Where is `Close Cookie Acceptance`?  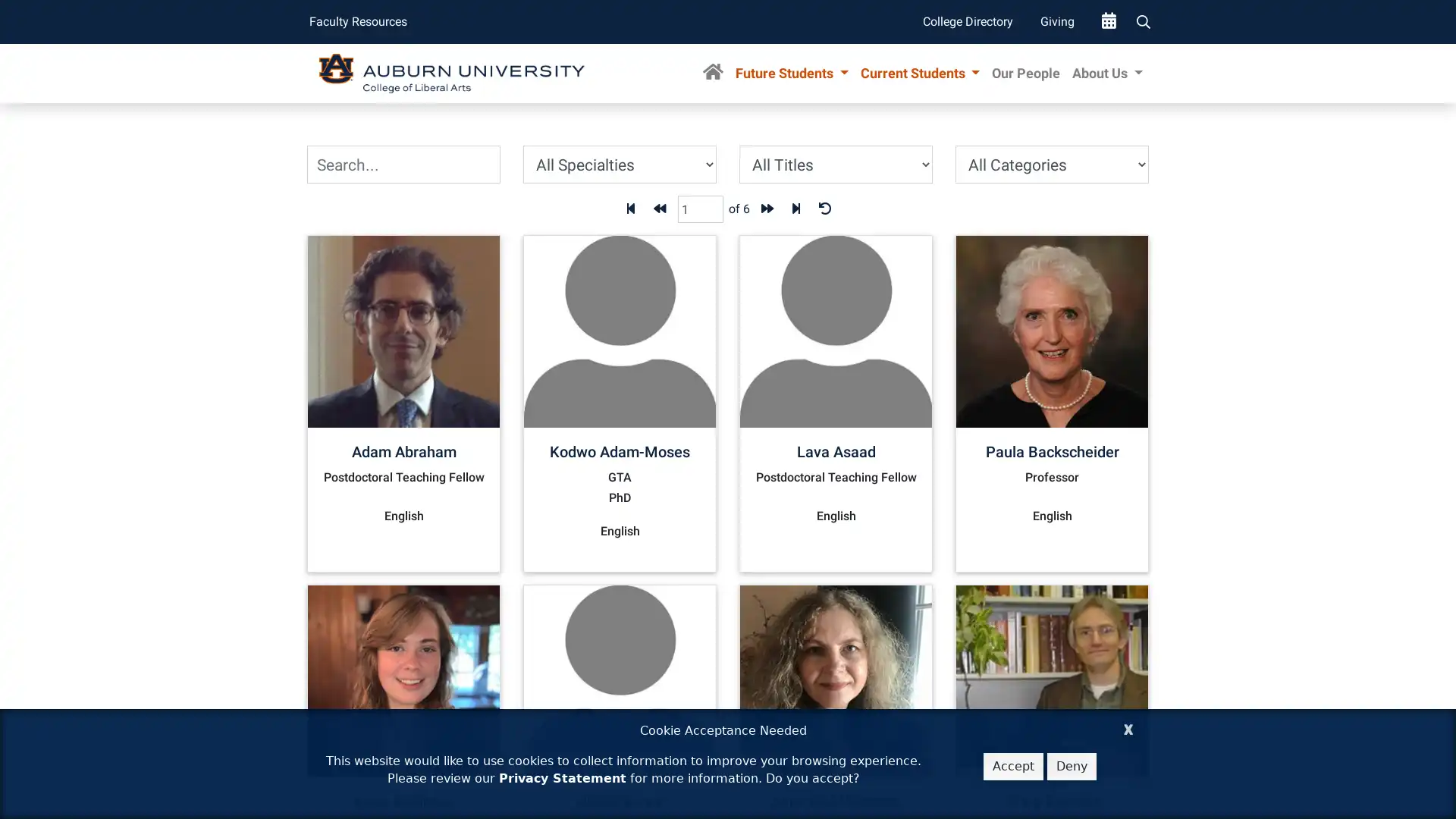
Close Cookie Acceptance is located at coordinates (1128, 726).